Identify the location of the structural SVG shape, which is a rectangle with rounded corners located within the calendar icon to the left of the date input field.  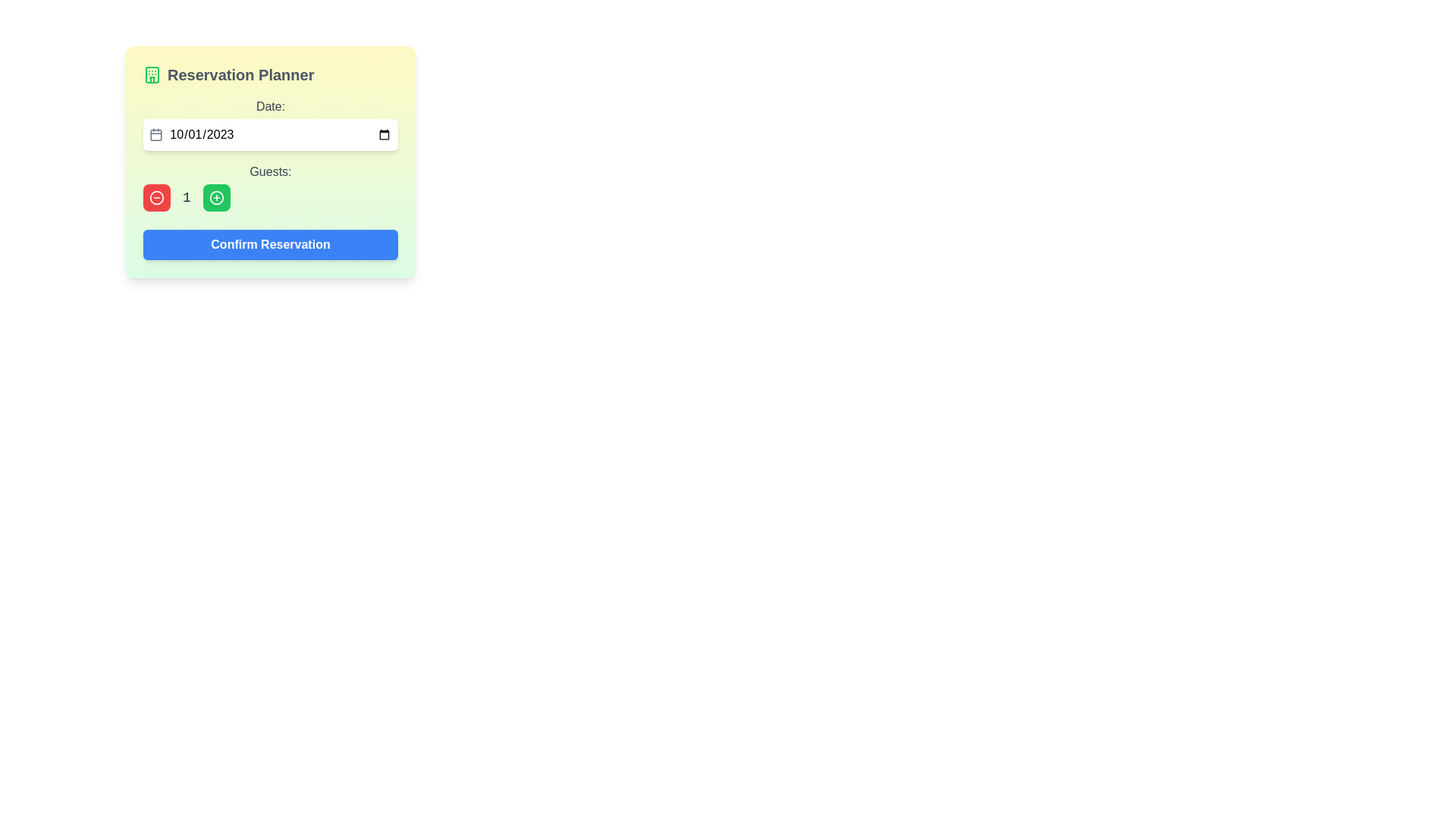
(156, 134).